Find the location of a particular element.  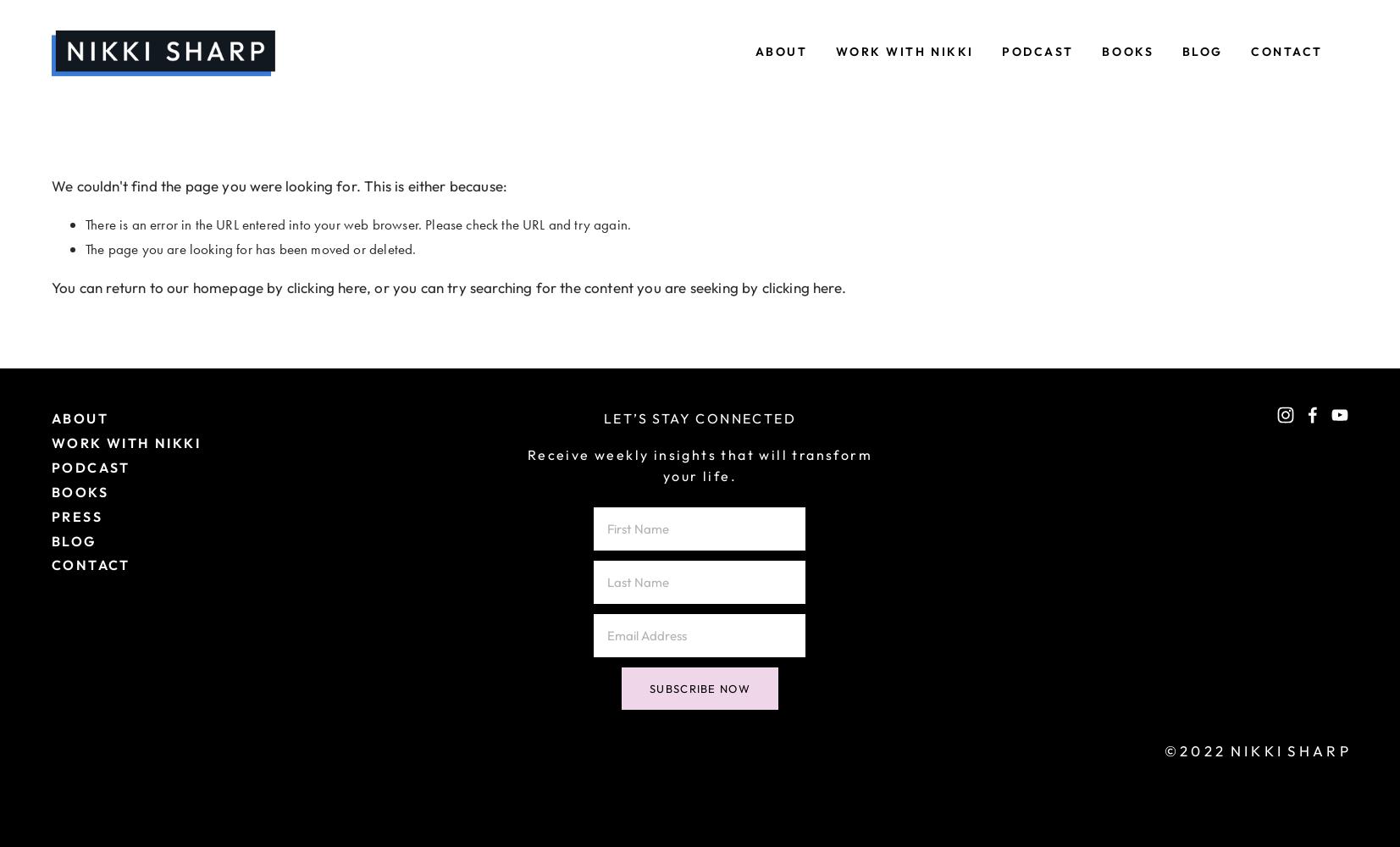

'SUBSCRIBE NOW' is located at coordinates (648, 688).